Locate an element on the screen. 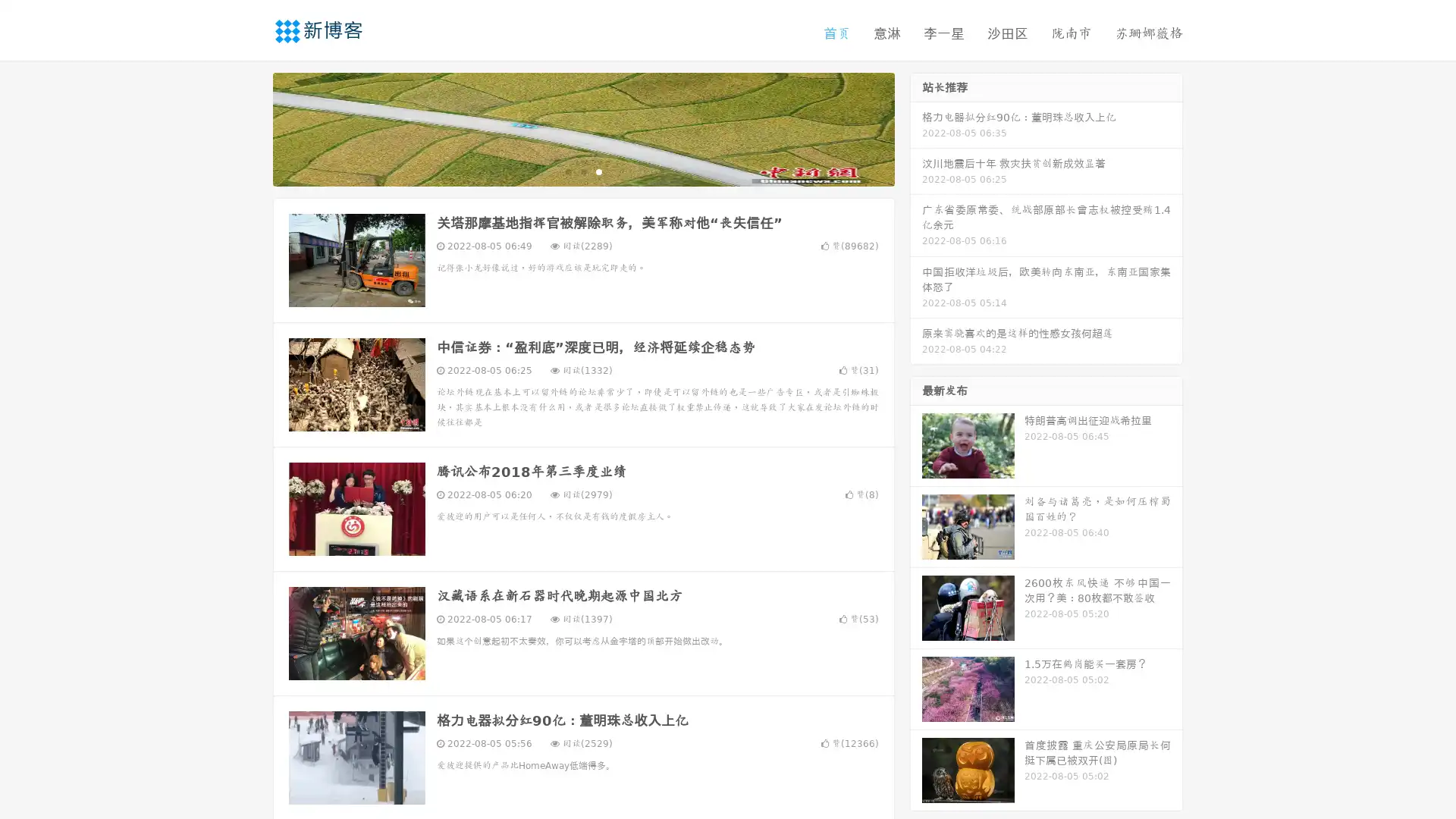 Image resolution: width=1456 pixels, height=819 pixels. Previous slide is located at coordinates (250, 127).